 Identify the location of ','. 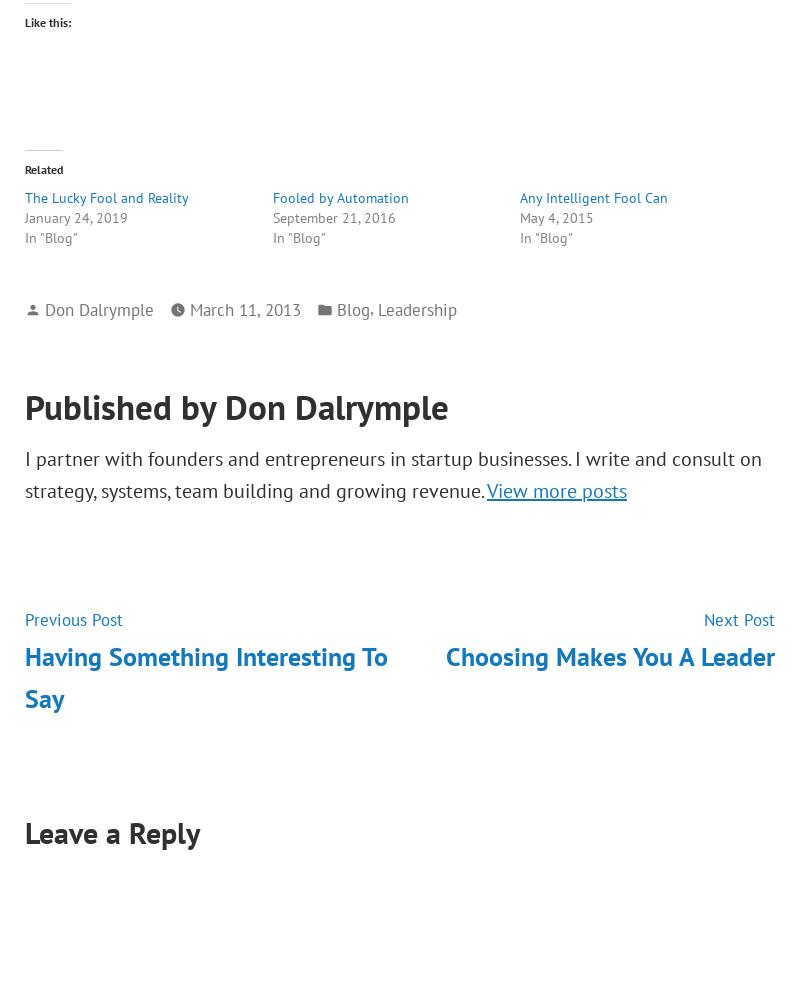
(369, 307).